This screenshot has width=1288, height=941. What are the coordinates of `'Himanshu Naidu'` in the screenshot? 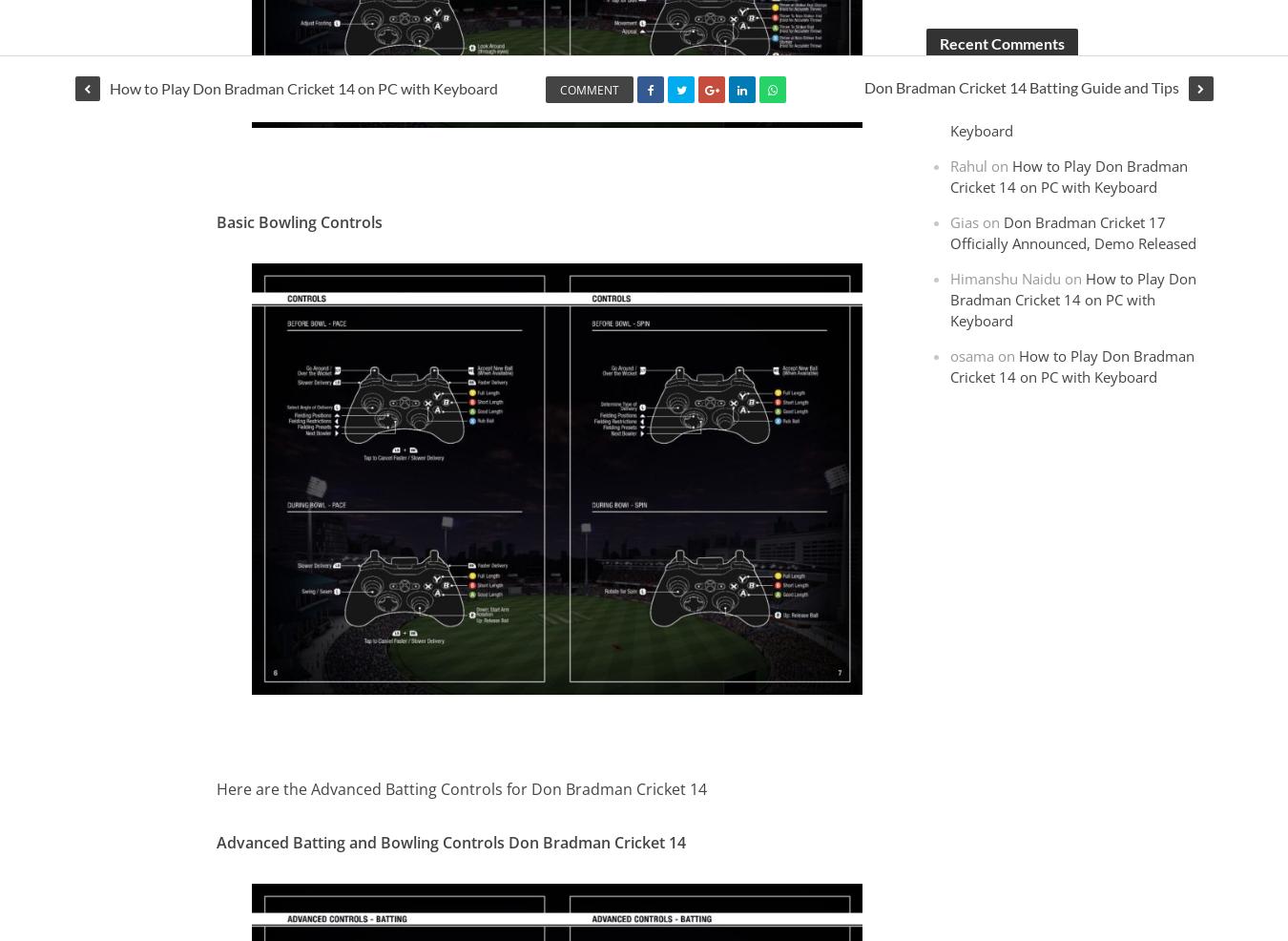 It's located at (1005, 278).